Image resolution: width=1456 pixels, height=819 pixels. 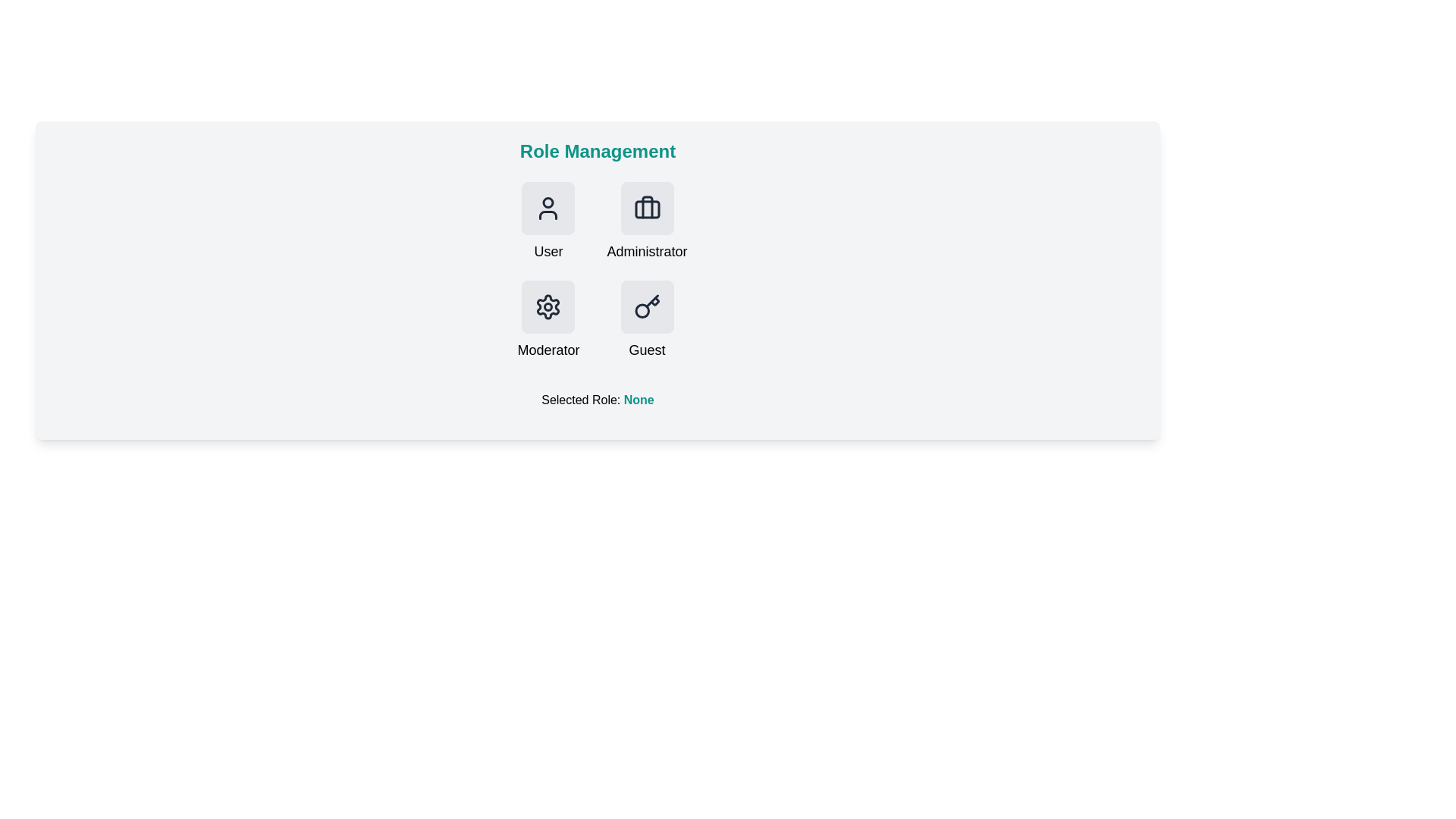 What do you see at coordinates (548, 208) in the screenshot?
I see `the button with a user icon in the 'Role Management' section` at bounding box center [548, 208].